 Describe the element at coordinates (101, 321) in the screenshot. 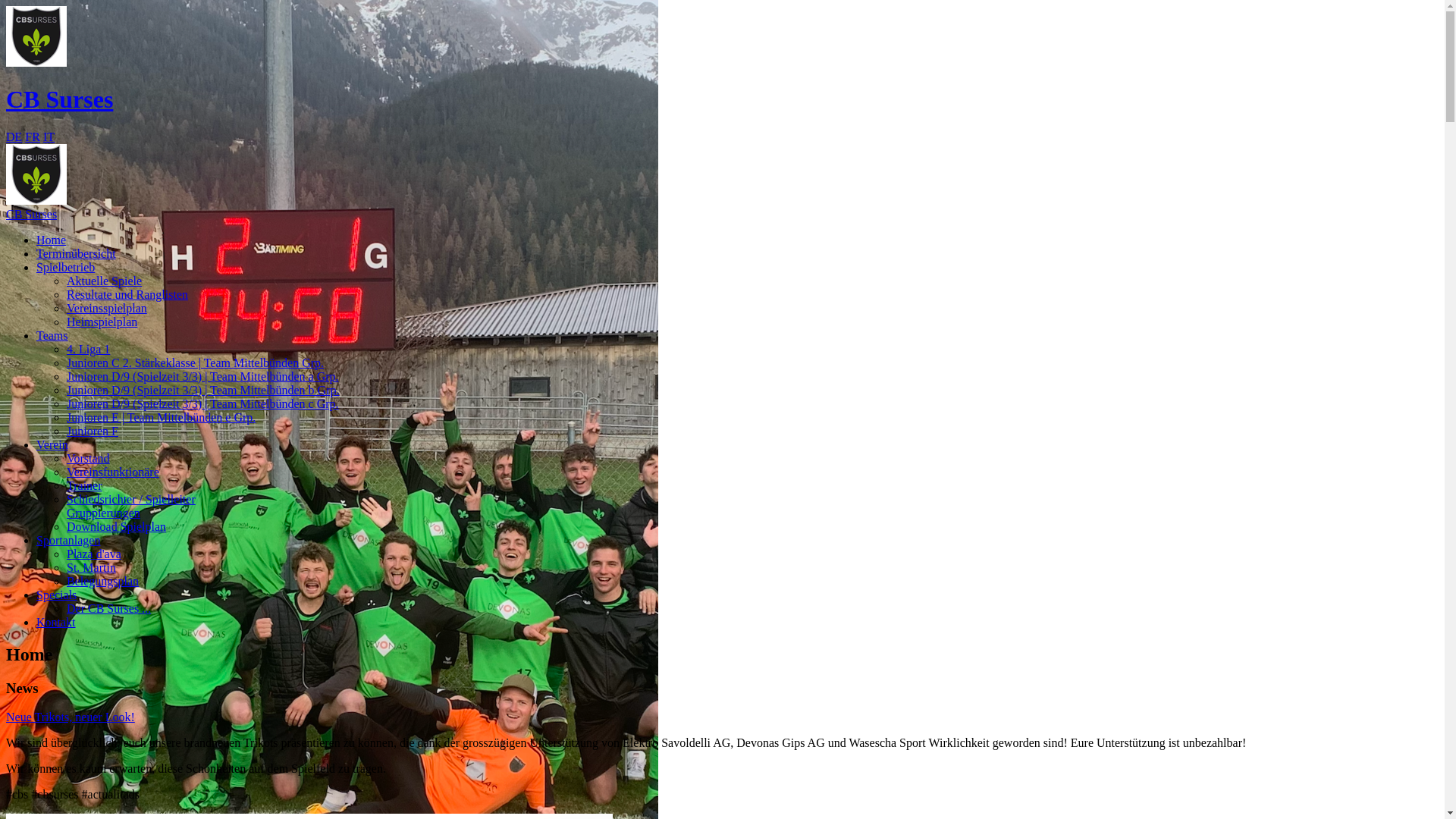

I see `'Heimspielplan'` at that location.